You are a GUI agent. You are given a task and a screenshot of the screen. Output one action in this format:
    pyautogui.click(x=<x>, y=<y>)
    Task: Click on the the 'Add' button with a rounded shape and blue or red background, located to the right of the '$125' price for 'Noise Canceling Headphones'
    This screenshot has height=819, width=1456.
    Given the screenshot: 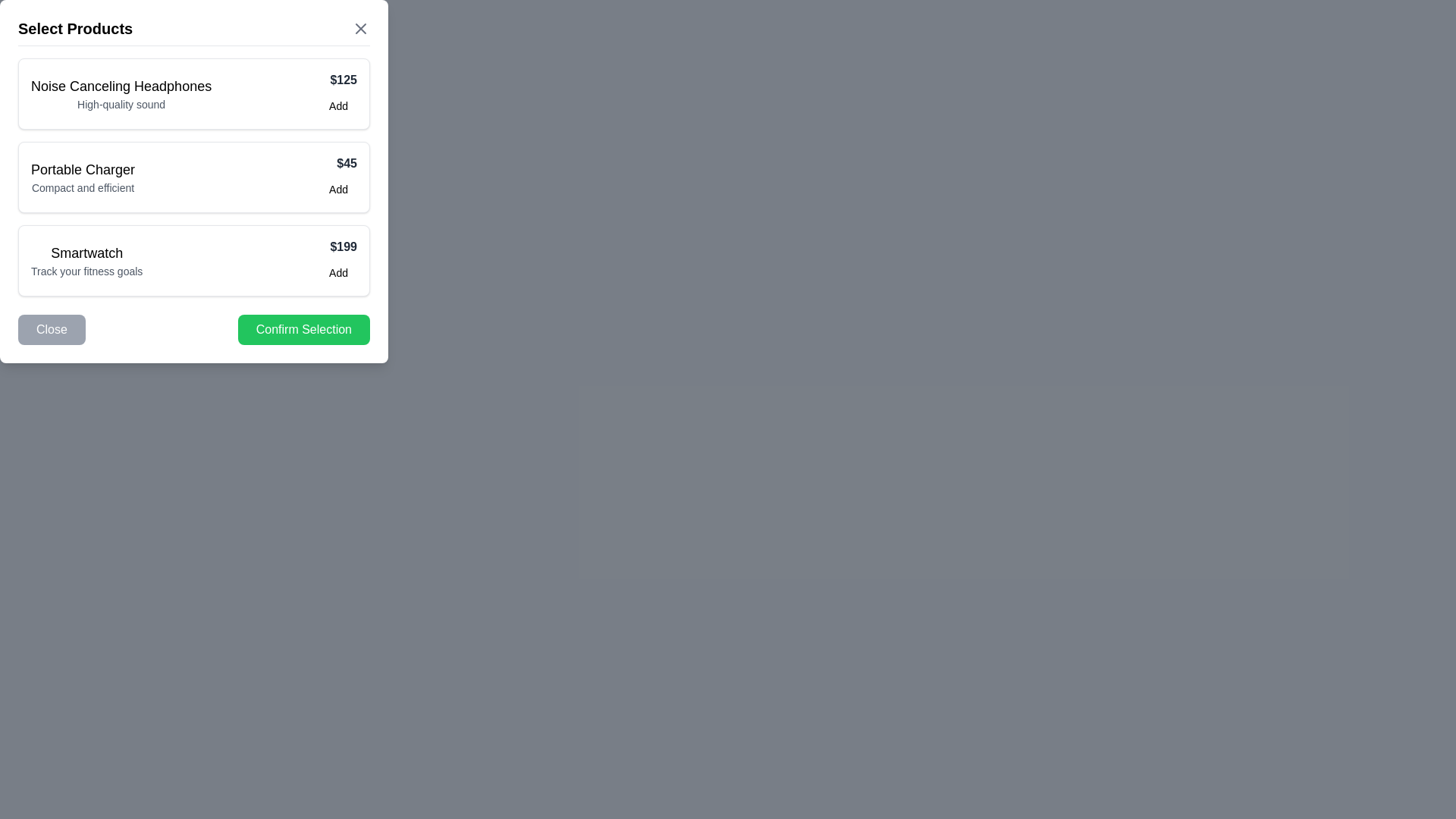 What is the action you would take?
    pyautogui.click(x=337, y=105)
    